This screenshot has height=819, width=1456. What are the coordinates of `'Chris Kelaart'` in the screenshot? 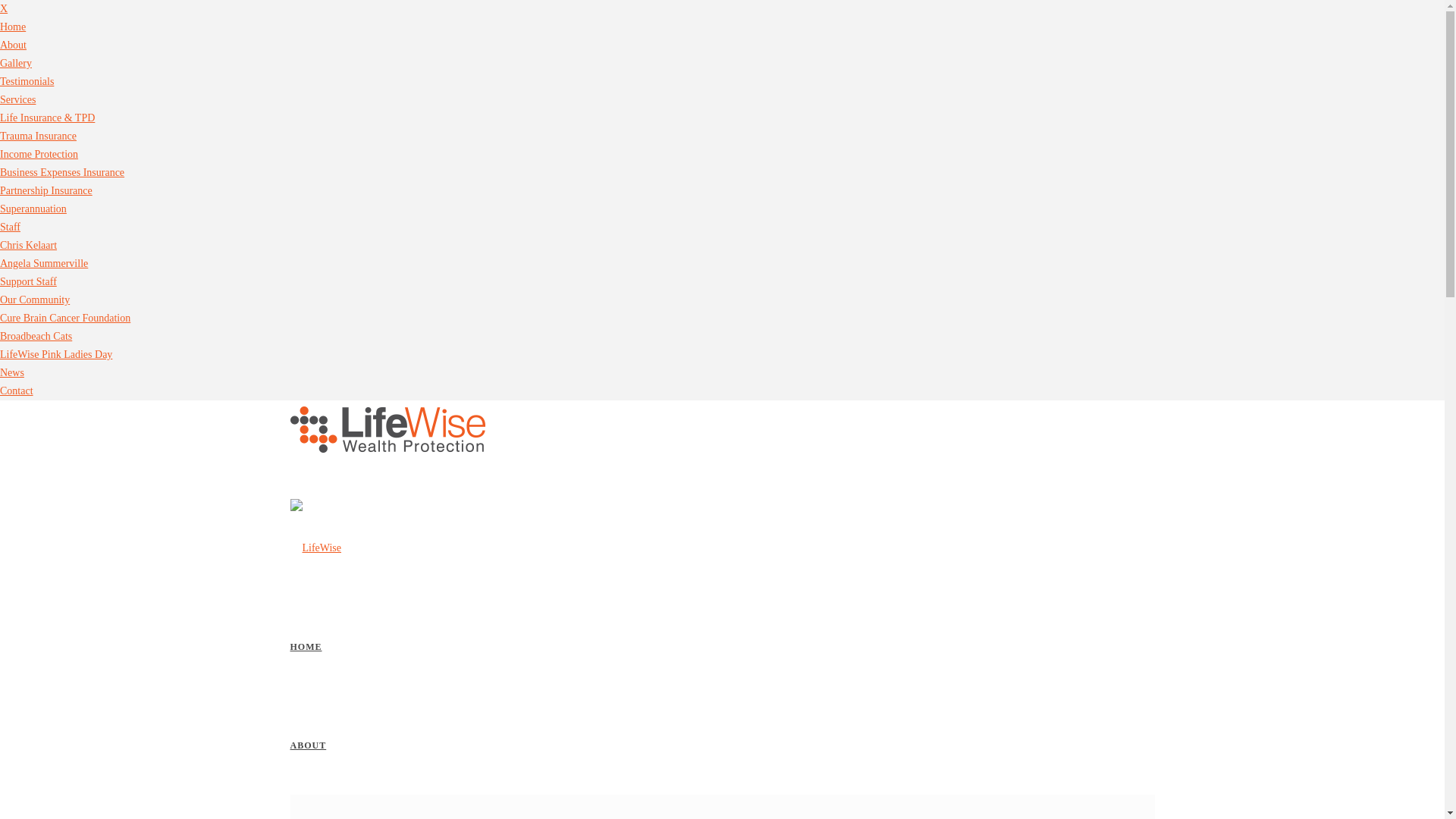 It's located at (28, 244).